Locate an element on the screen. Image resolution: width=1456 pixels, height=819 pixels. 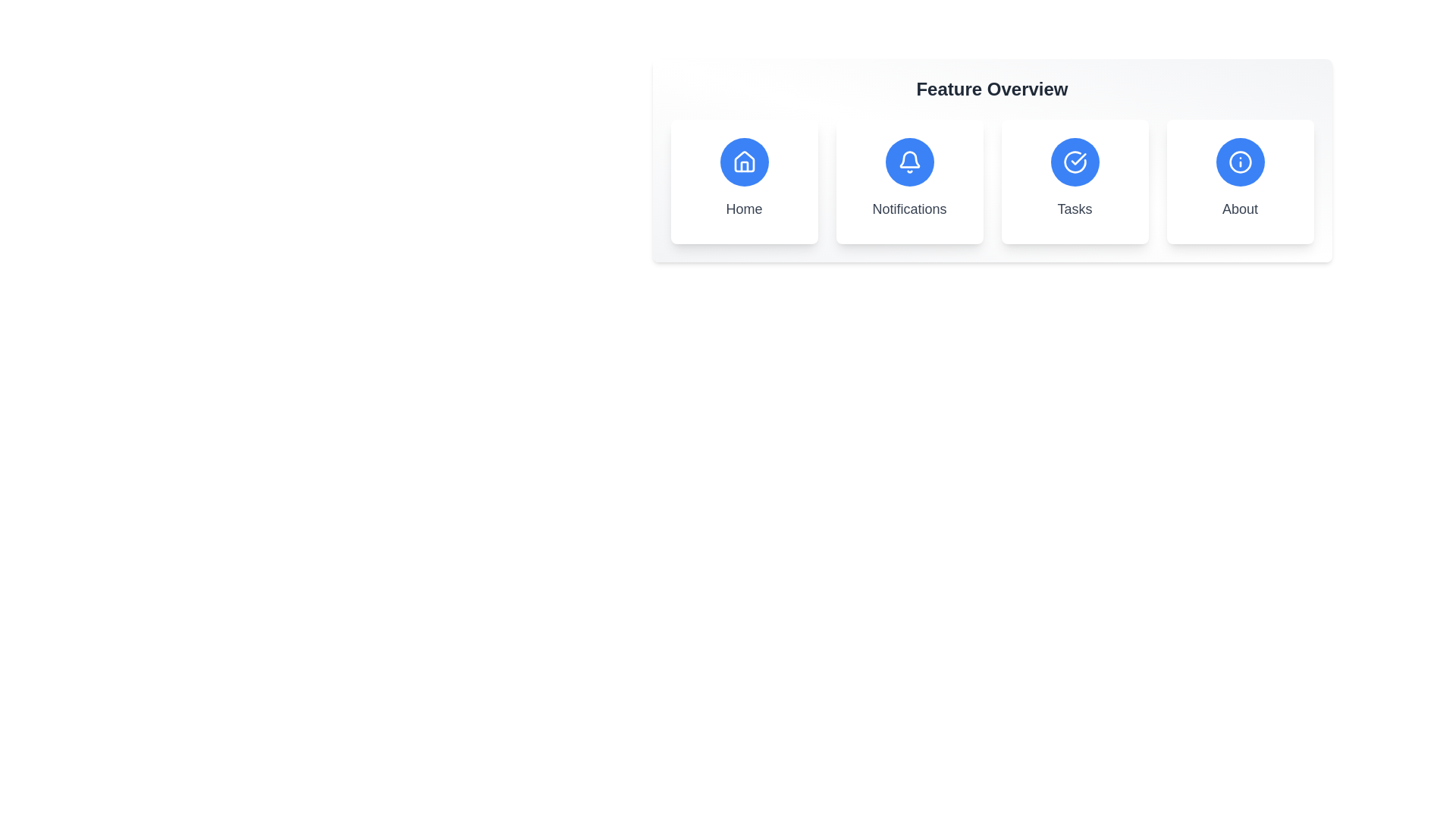
the notification bell icon with a blue circular background and white bell outline, which is the second icon from the left in the 'Feature Overview' section is located at coordinates (909, 162).